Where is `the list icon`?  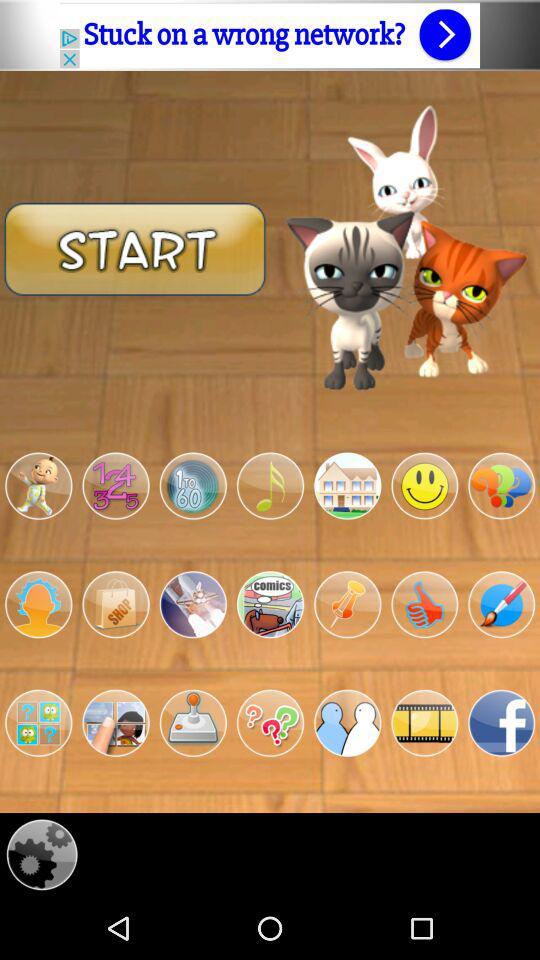
the list icon is located at coordinates (270, 646).